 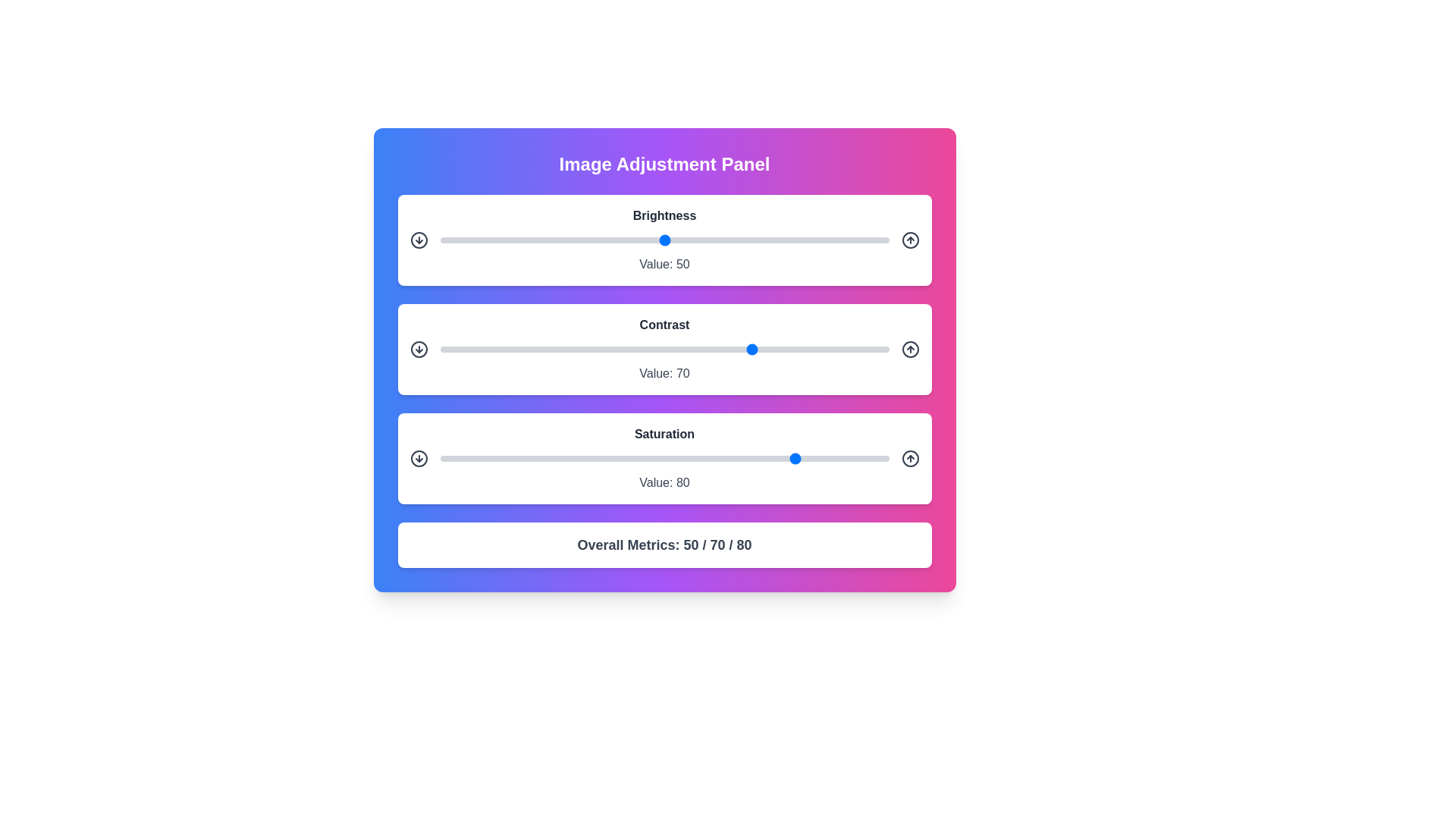 I want to click on saturation level, so click(x=691, y=458).